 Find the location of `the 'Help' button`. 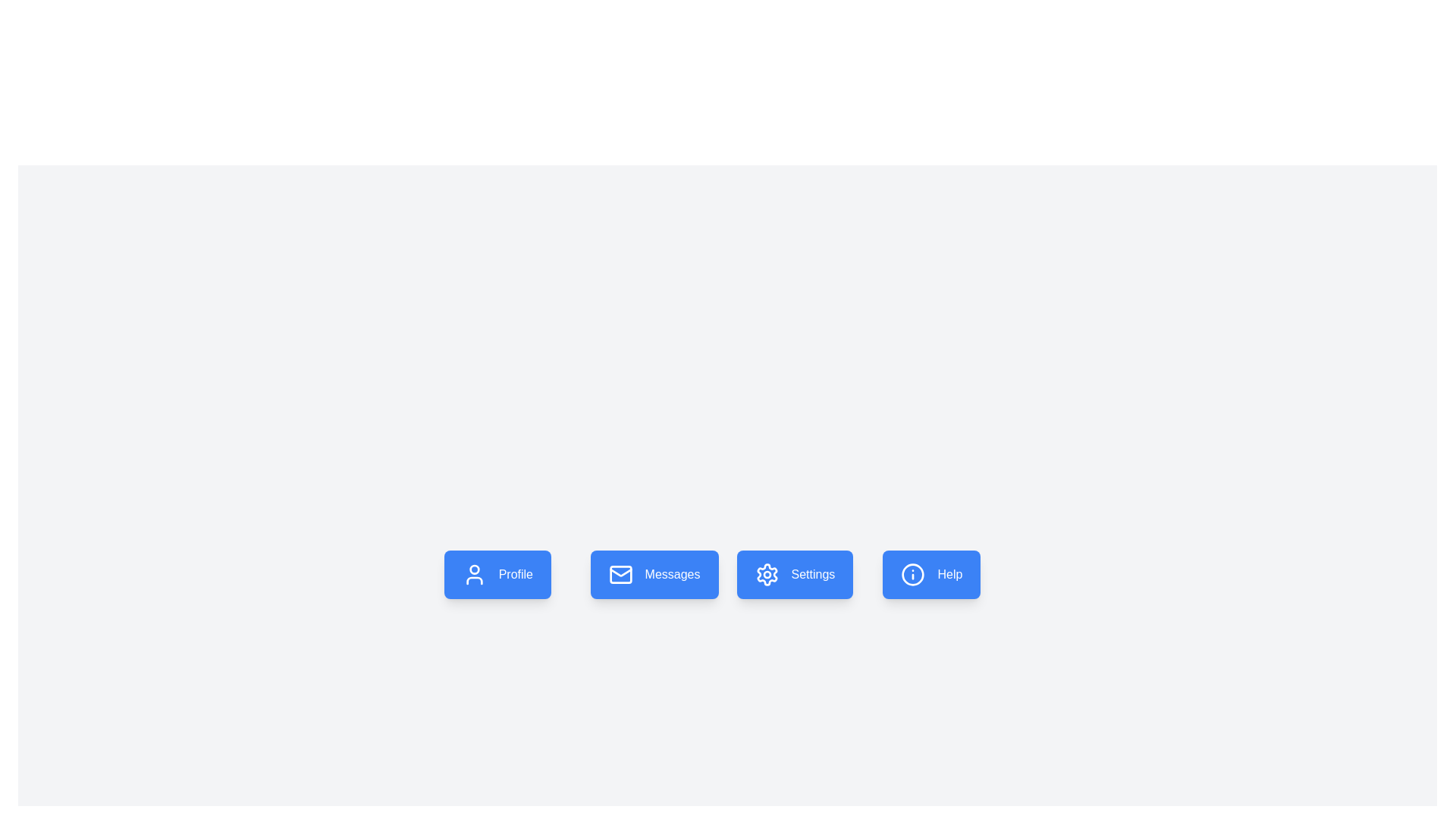

the 'Help' button is located at coordinates (946, 575).